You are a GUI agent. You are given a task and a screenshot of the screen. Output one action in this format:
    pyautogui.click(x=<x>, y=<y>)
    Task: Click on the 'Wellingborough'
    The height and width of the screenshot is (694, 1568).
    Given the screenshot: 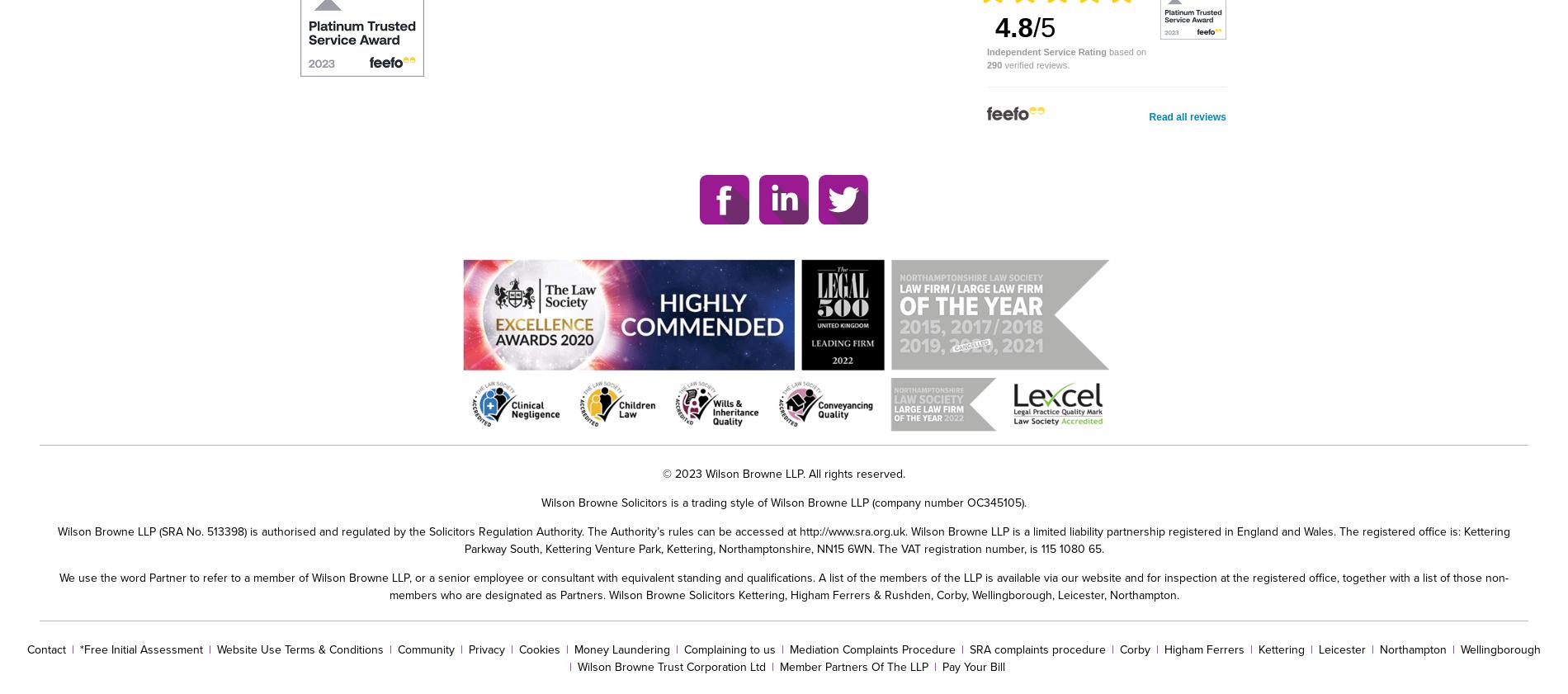 What is the action you would take?
    pyautogui.click(x=1500, y=649)
    